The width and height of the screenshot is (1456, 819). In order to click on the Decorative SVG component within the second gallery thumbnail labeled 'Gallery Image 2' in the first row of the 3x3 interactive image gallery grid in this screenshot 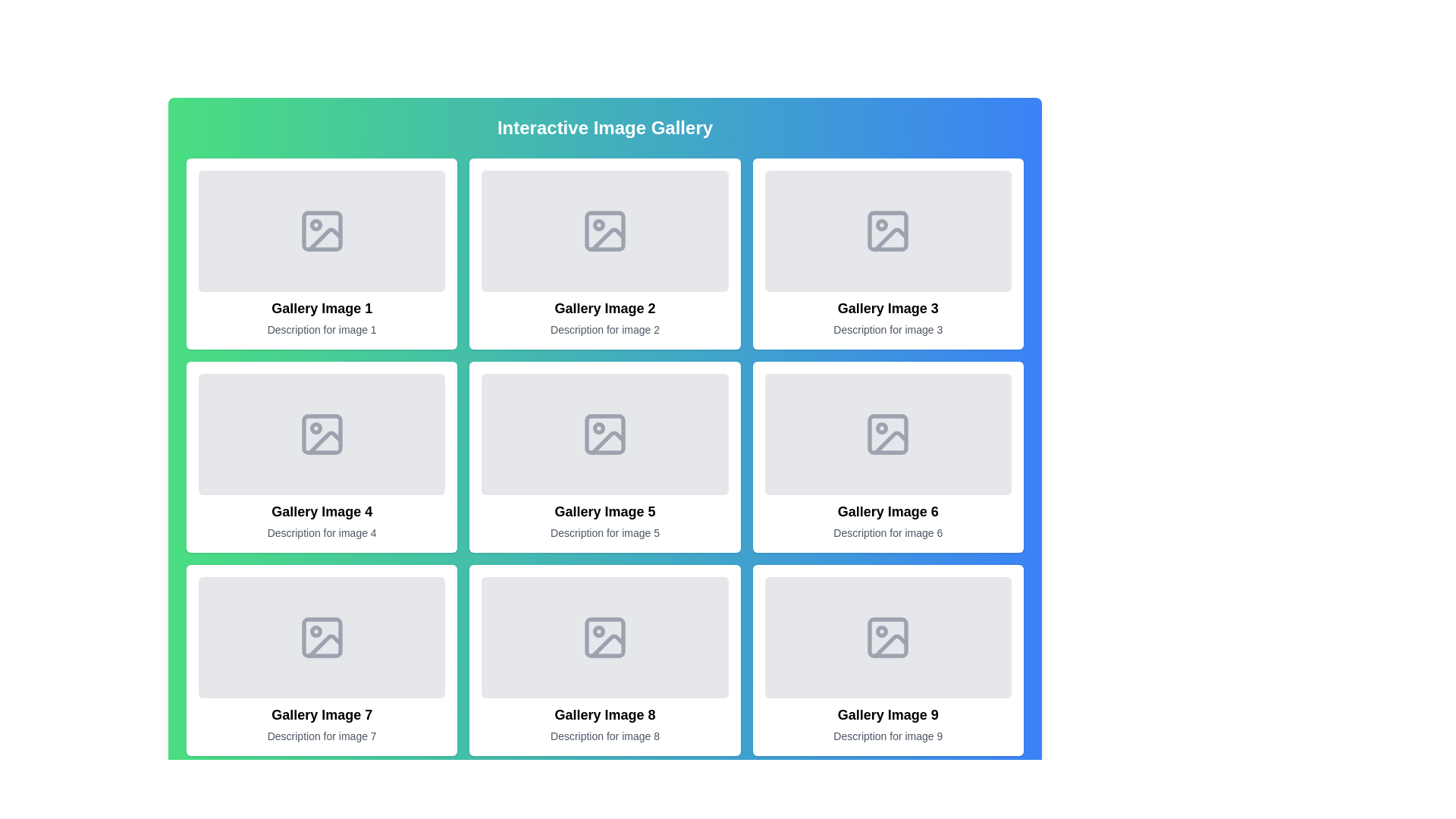, I will do `click(607, 239)`.